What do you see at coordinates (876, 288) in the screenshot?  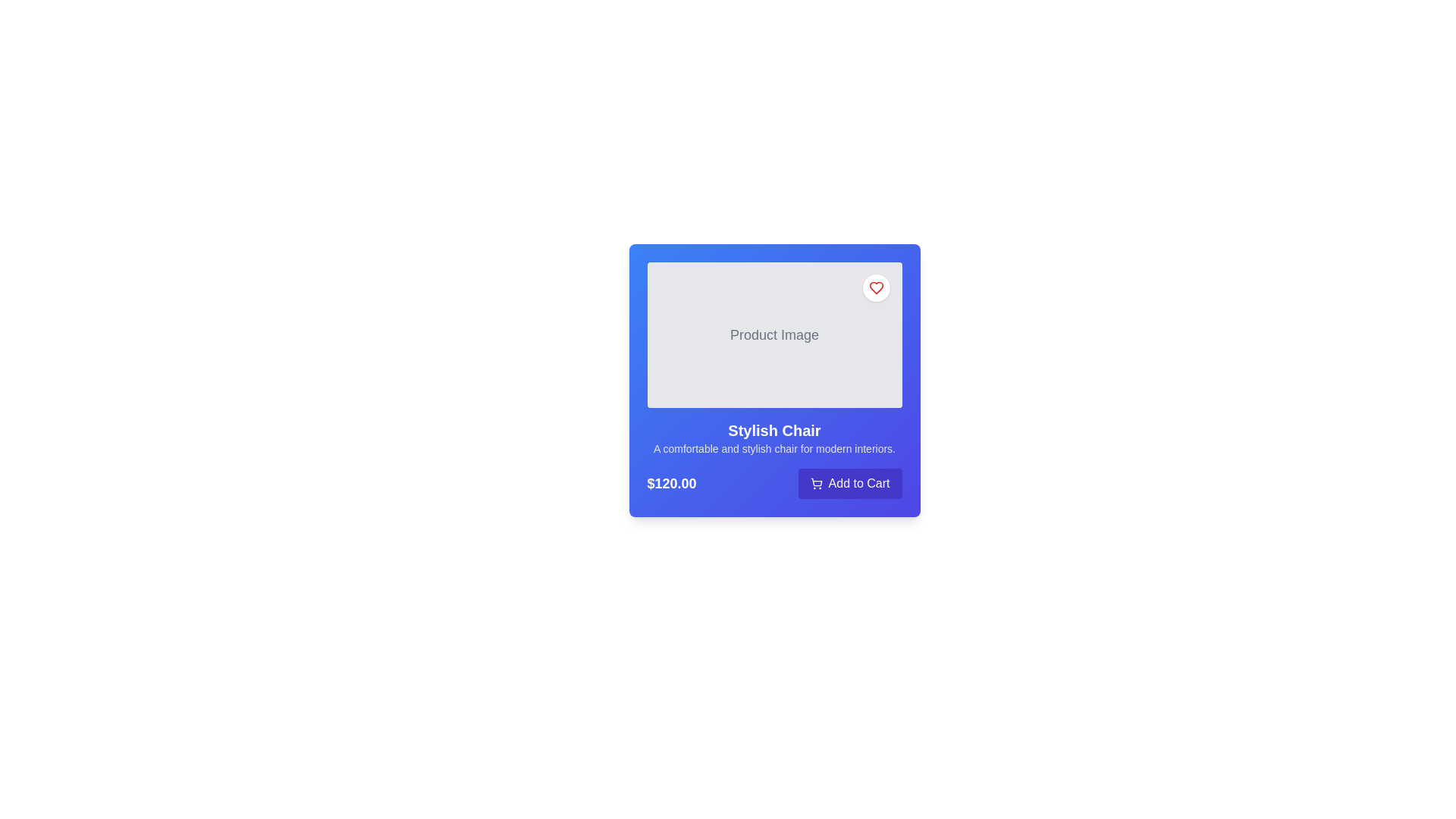 I see `the favorite icon located within the circular button in the top-right corner of the card layout to mark the associated item as favorite` at bounding box center [876, 288].